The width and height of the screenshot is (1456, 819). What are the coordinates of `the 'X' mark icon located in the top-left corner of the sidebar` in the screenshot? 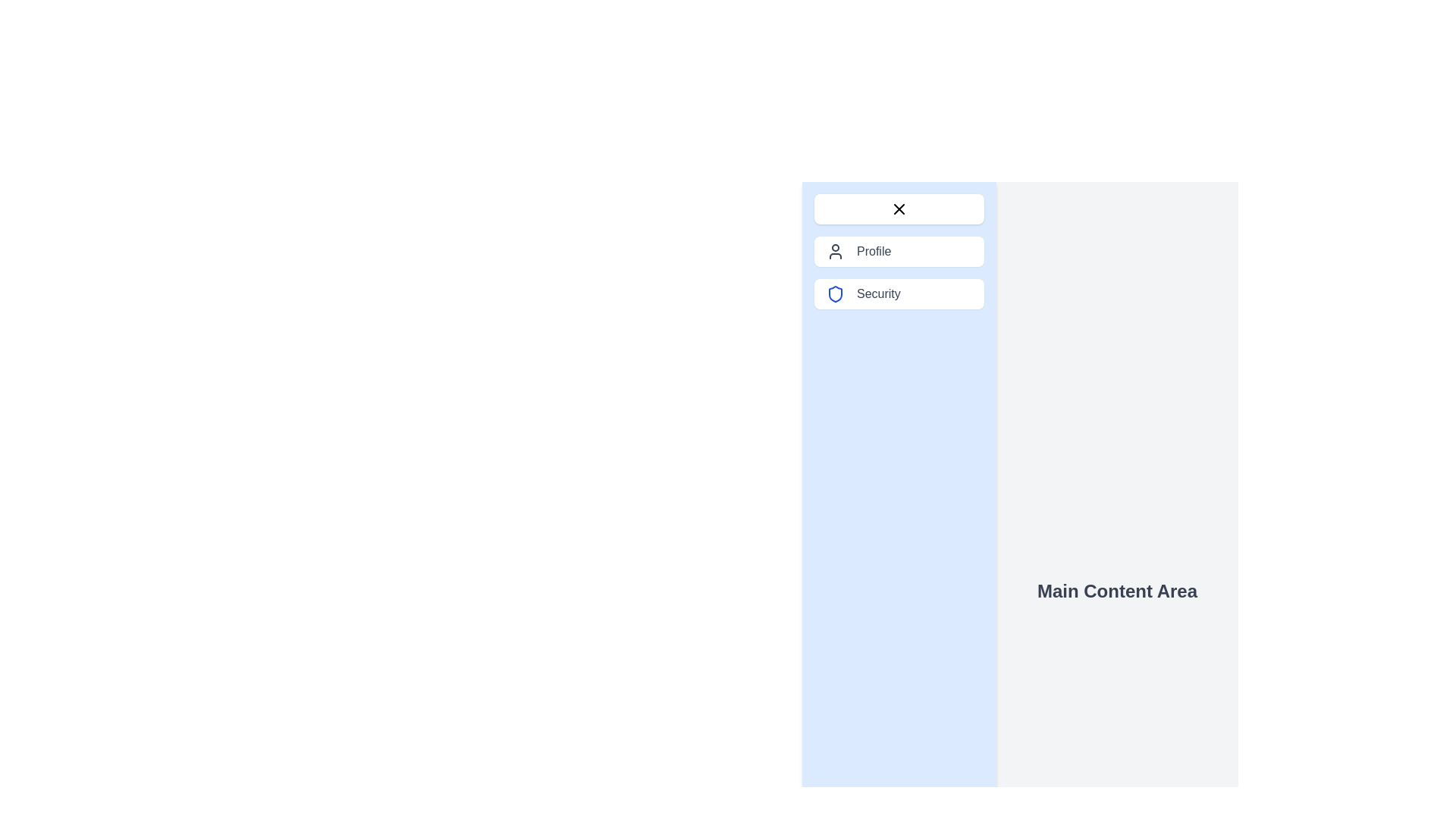 It's located at (899, 209).